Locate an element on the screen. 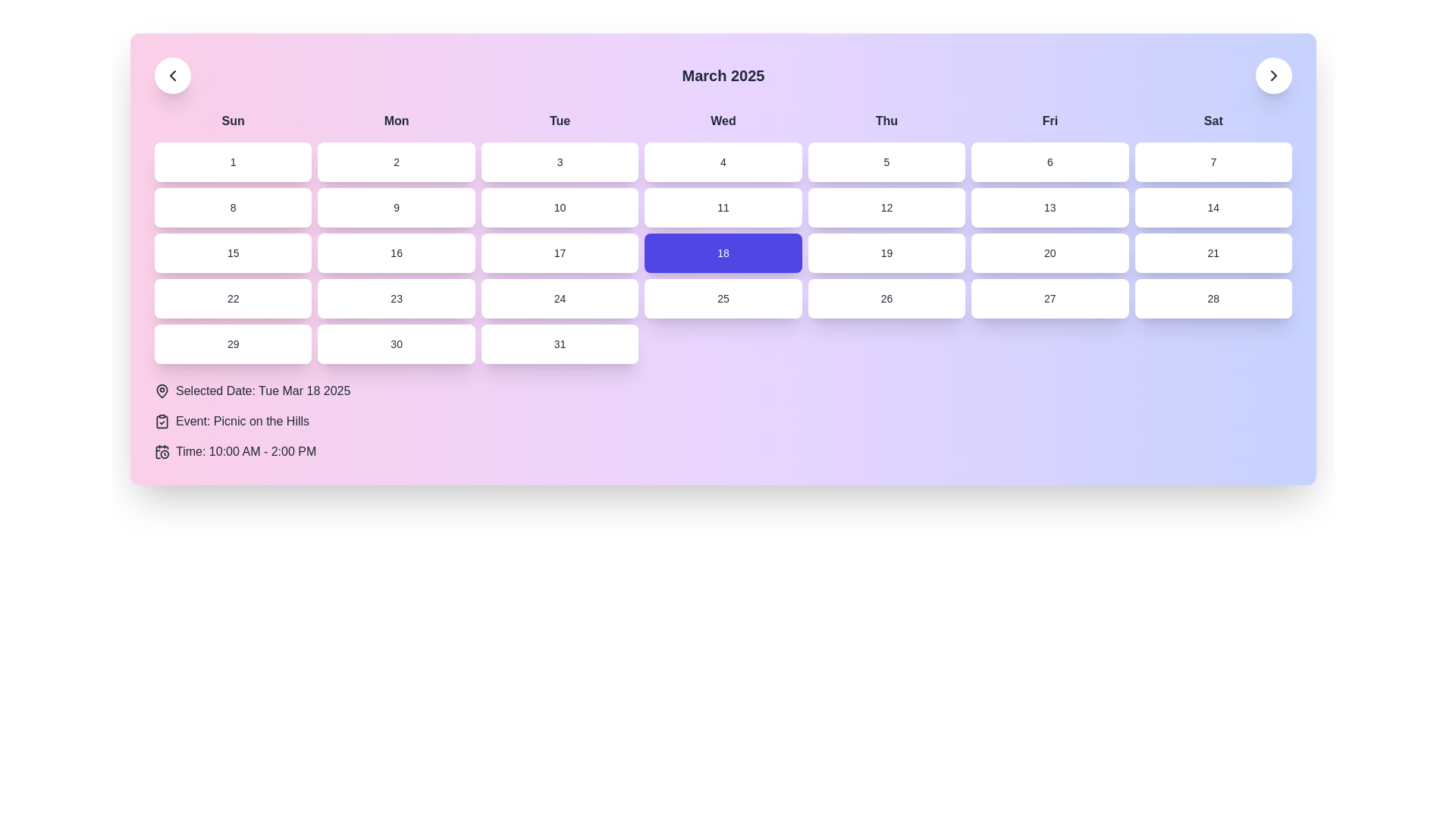  the selectable date button located is located at coordinates (397, 298).